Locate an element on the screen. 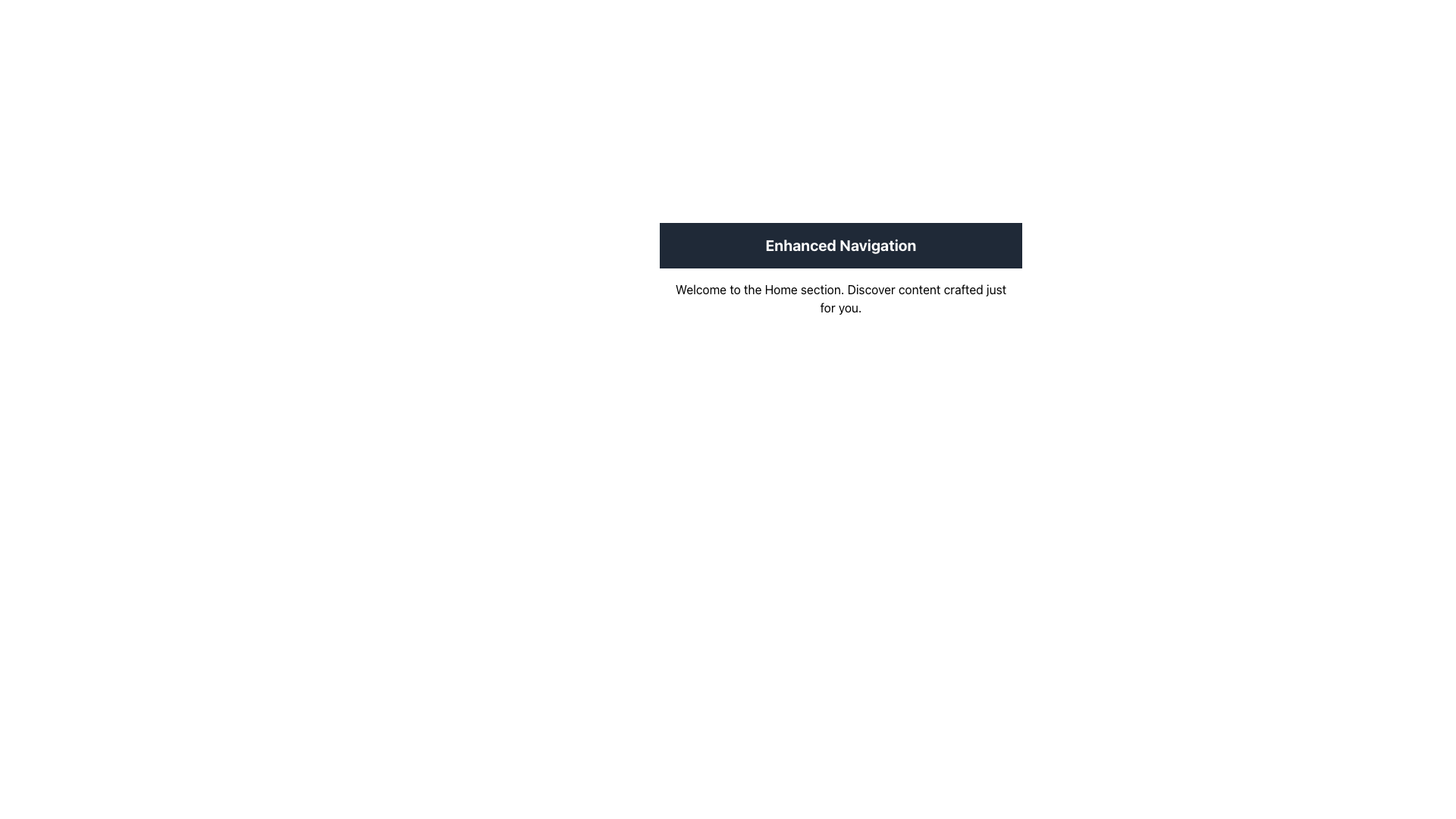 The width and height of the screenshot is (1456, 819). descriptive text that says 'Welcome to the Home section. Discover content crafted just for you.' which is centered below the header 'Enhanced Navigation' is located at coordinates (839, 298).